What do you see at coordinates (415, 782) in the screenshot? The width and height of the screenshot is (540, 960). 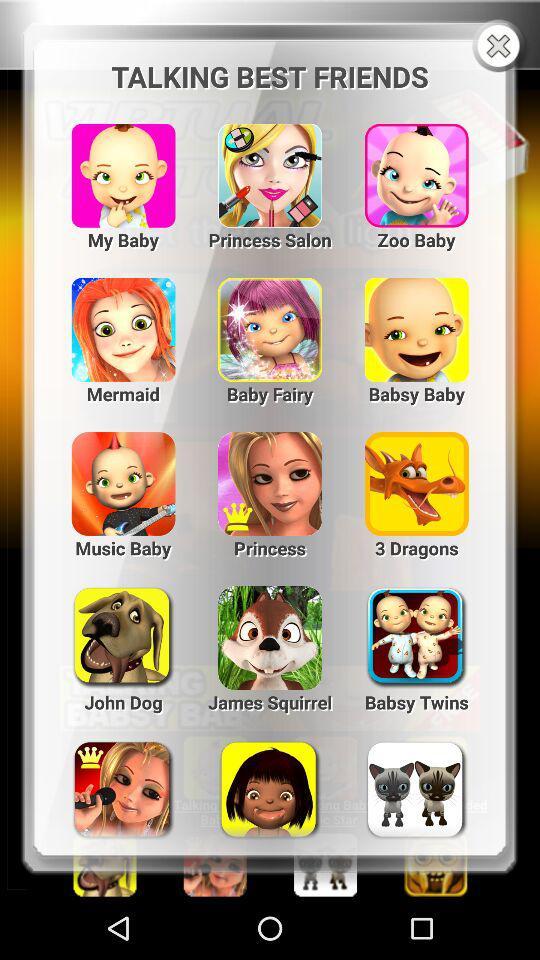 I see `3rd image in the last row` at bounding box center [415, 782].